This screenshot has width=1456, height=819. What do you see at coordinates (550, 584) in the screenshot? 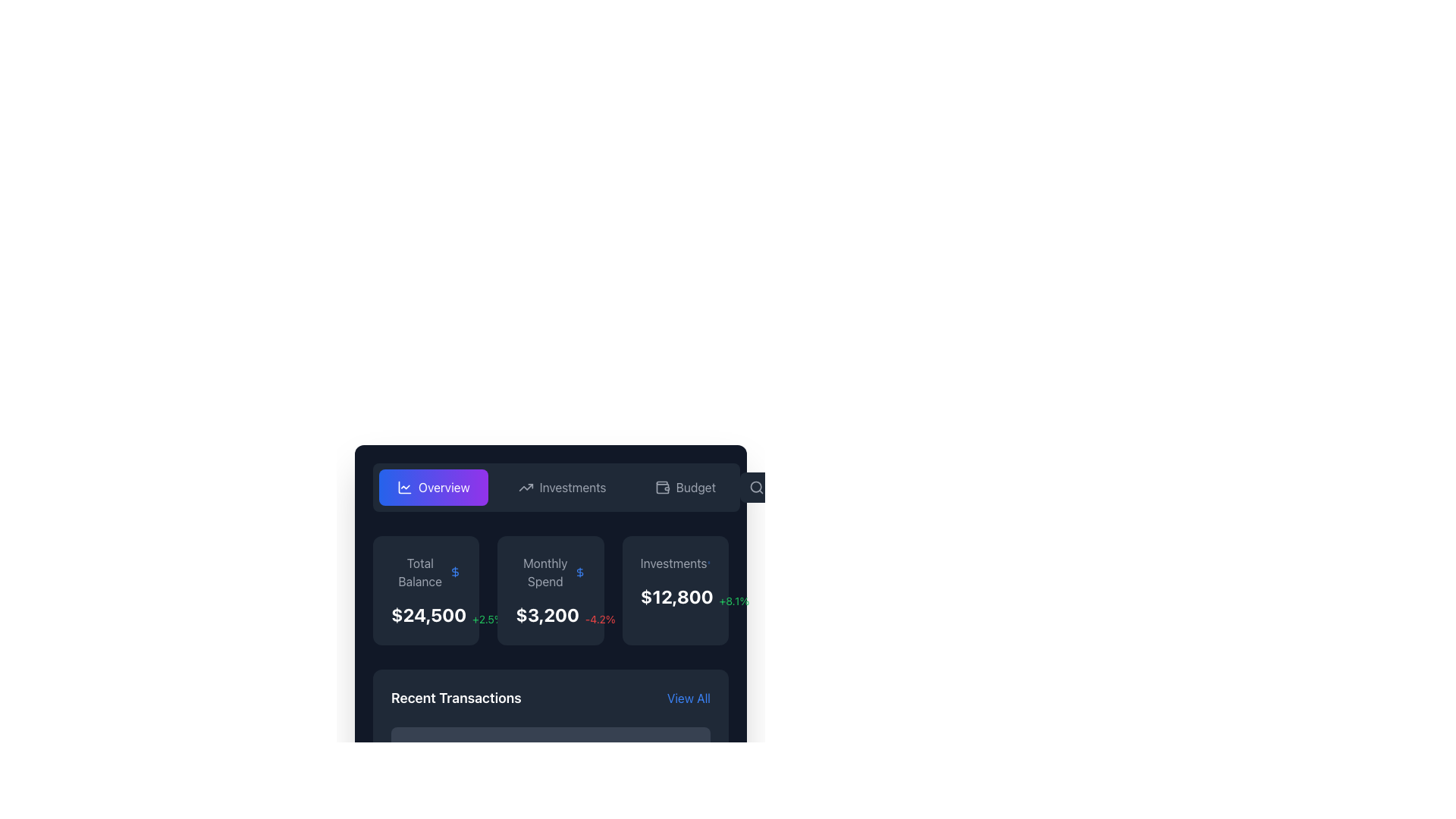
I see `the displayed data on the Dashboard Card located at the top-left portion of the dashboard interface` at bounding box center [550, 584].